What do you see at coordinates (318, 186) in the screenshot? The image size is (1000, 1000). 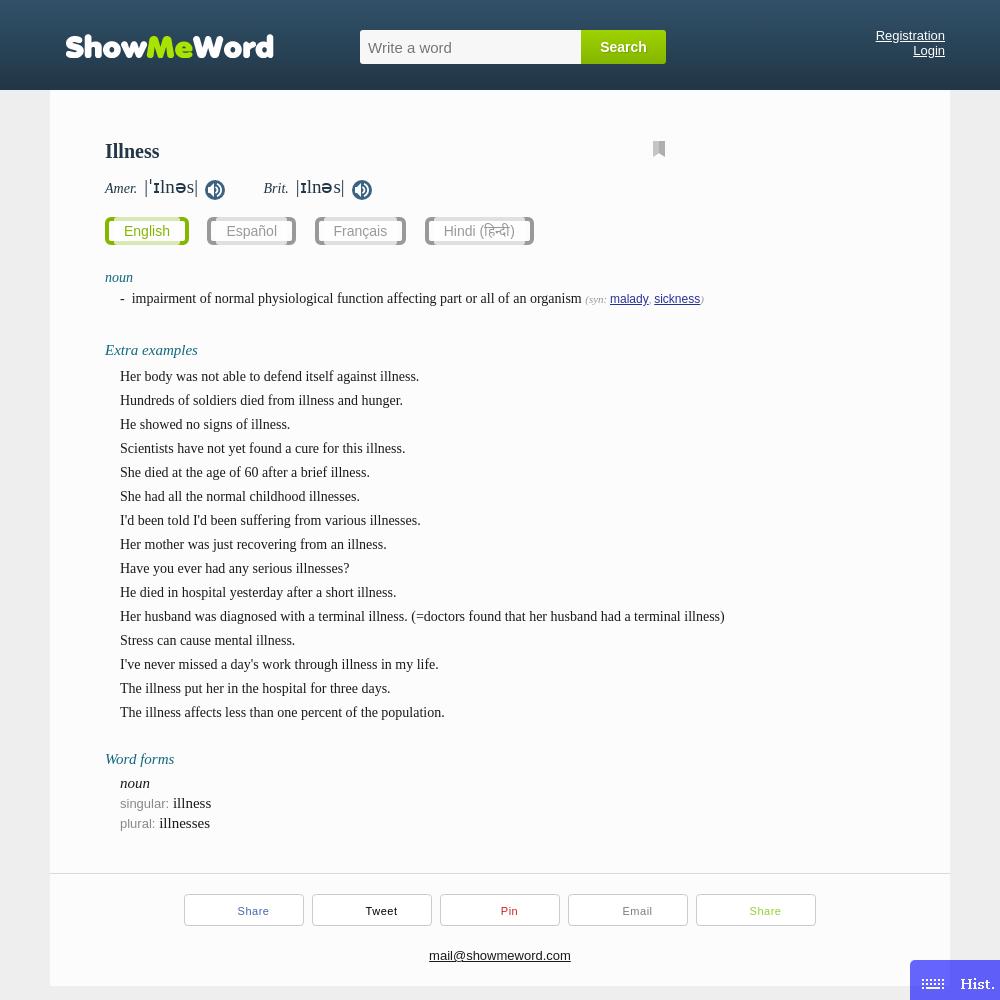 I see `'|ɪlnəs|'` at bounding box center [318, 186].